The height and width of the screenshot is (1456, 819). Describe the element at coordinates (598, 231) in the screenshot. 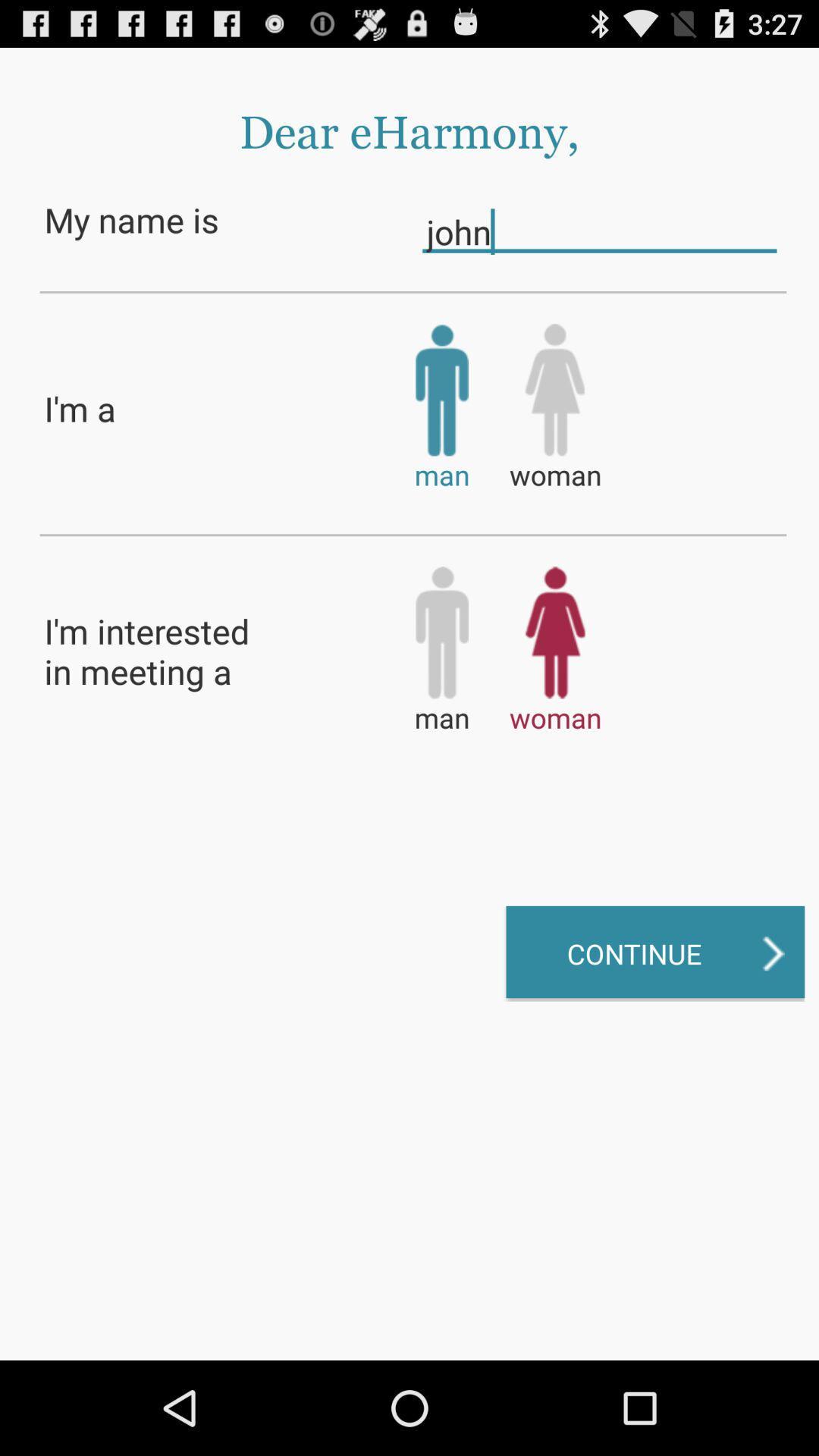

I see `john item` at that location.